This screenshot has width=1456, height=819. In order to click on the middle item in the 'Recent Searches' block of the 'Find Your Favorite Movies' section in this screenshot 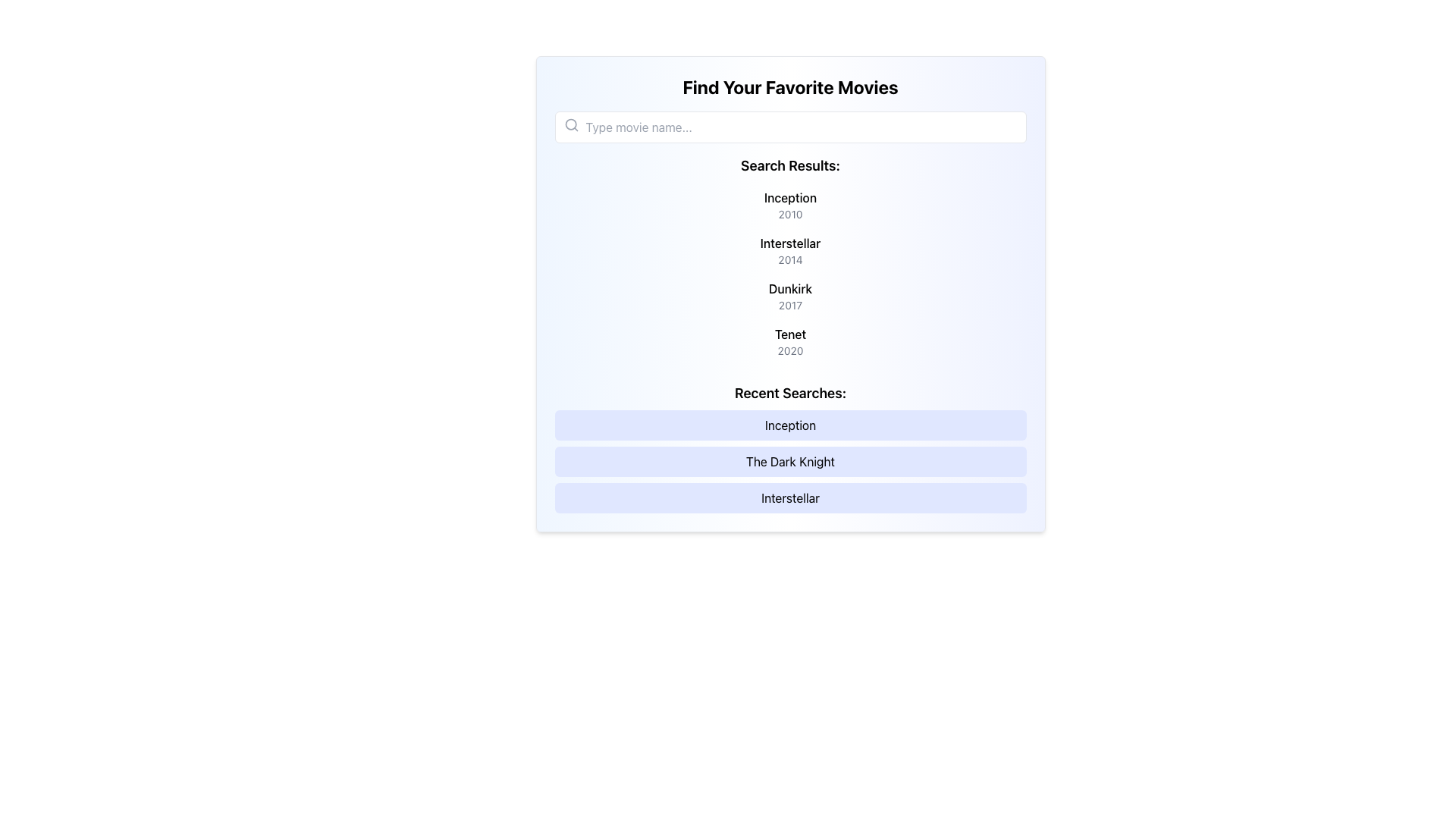, I will do `click(789, 447)`.